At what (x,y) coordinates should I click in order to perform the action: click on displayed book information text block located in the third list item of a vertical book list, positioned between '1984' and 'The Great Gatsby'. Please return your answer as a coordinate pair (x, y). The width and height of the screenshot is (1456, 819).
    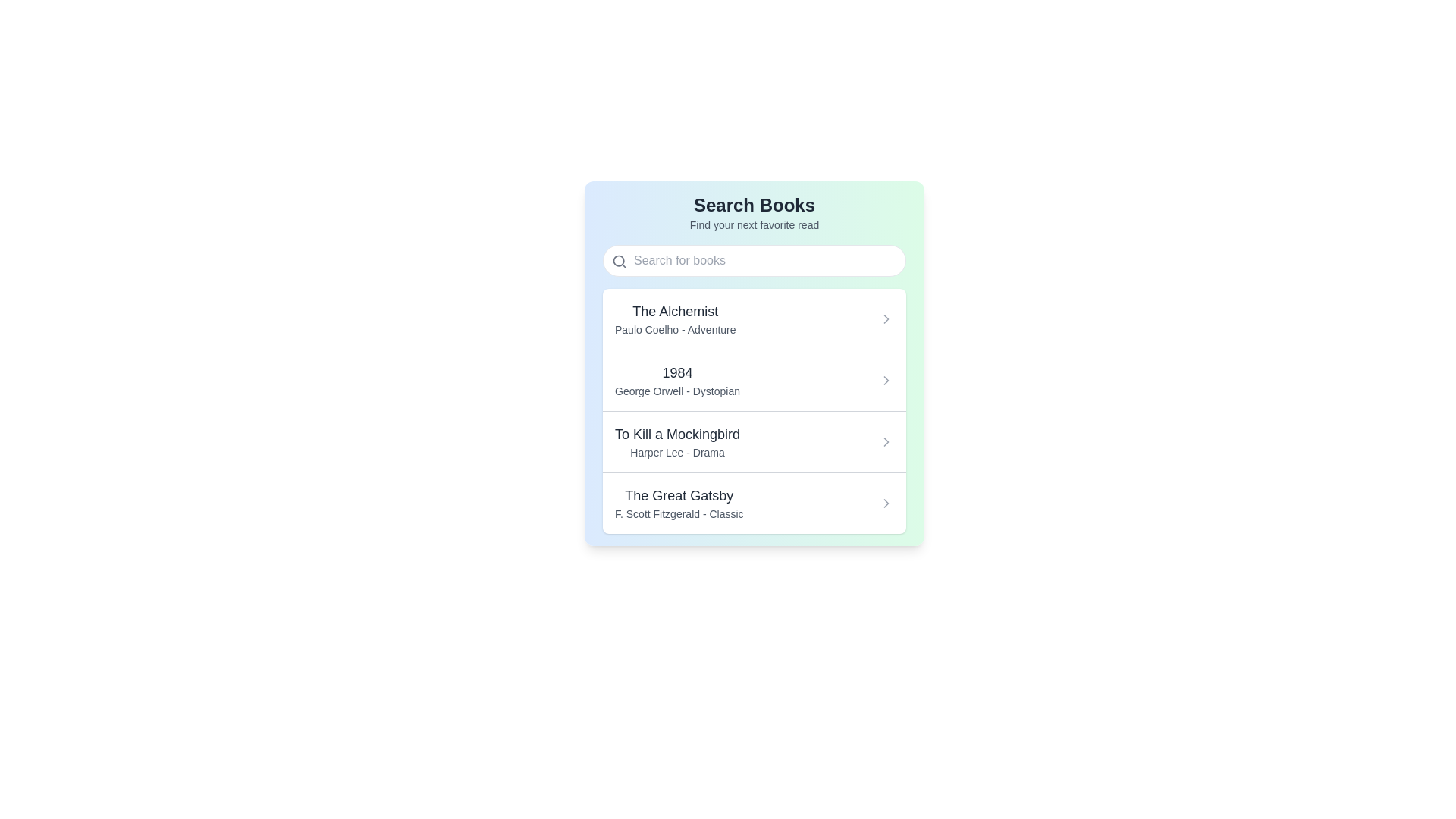
    Looking at the image, I should click on (676, 441).